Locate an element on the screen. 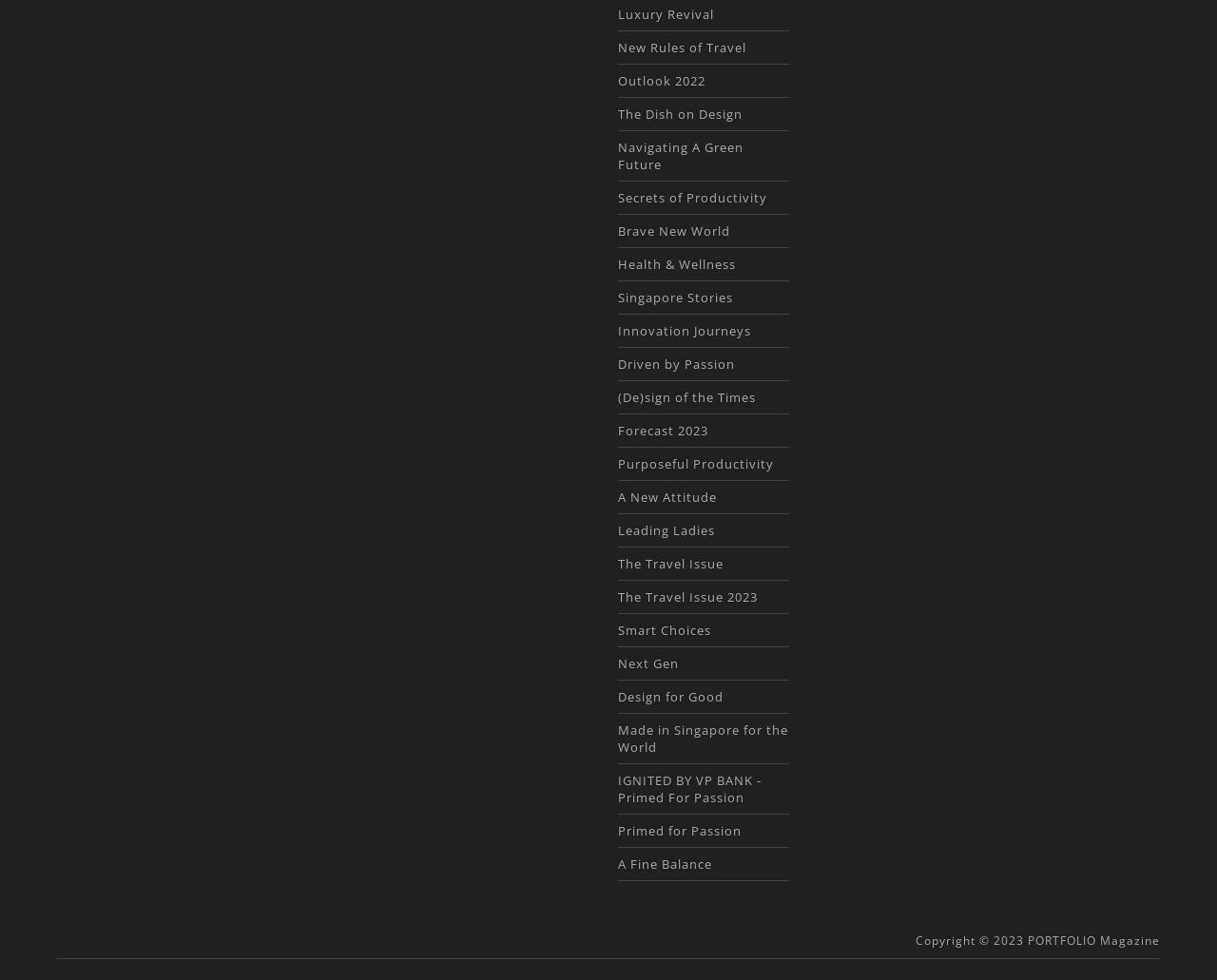  'Luxury Revival' is located at coordinates (665, 13).